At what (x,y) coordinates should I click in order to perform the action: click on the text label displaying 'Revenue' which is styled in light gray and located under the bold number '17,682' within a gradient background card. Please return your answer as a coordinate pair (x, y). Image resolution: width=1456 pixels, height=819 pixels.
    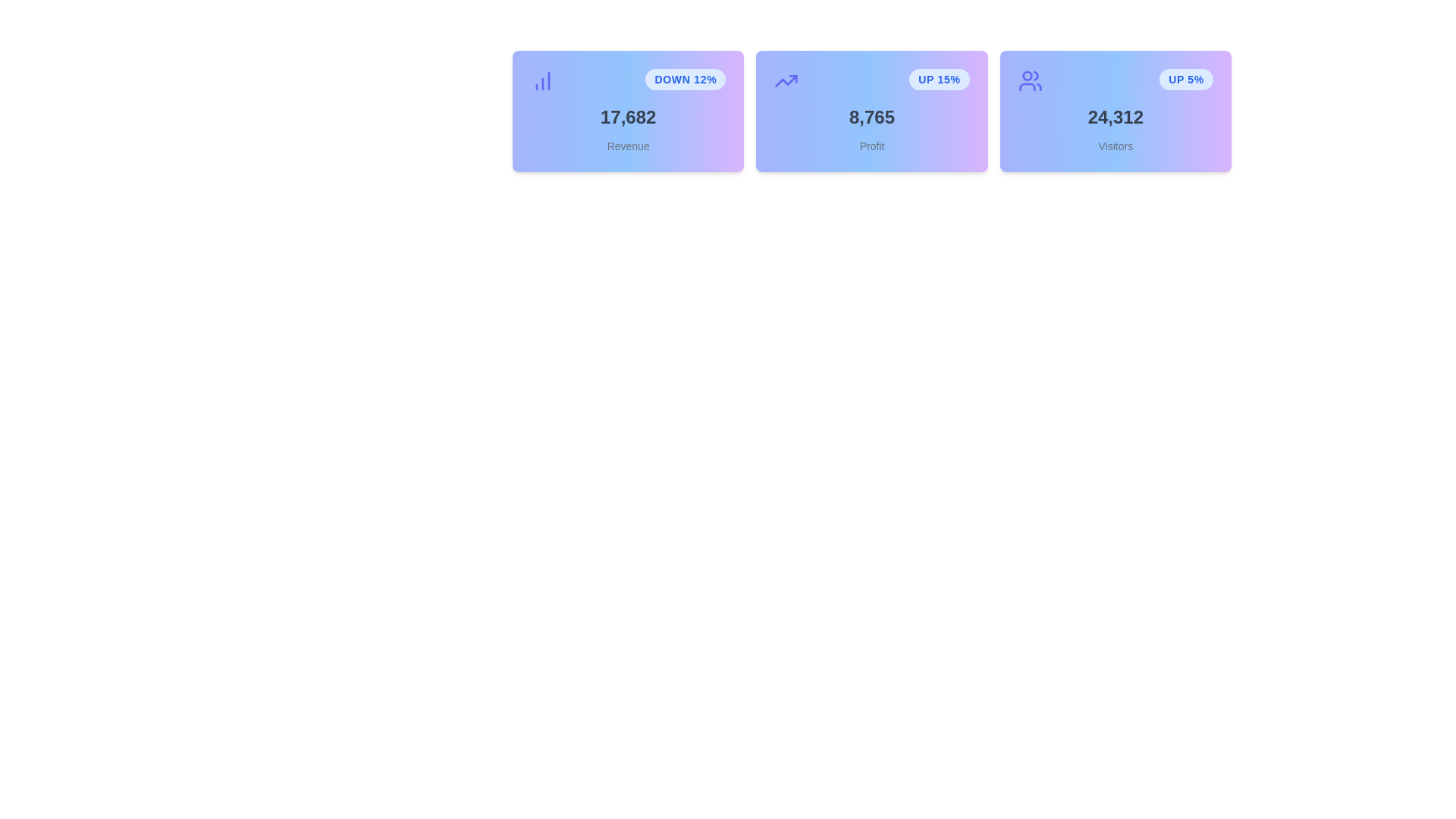
    Looking at the image, I should click on (628, 146).